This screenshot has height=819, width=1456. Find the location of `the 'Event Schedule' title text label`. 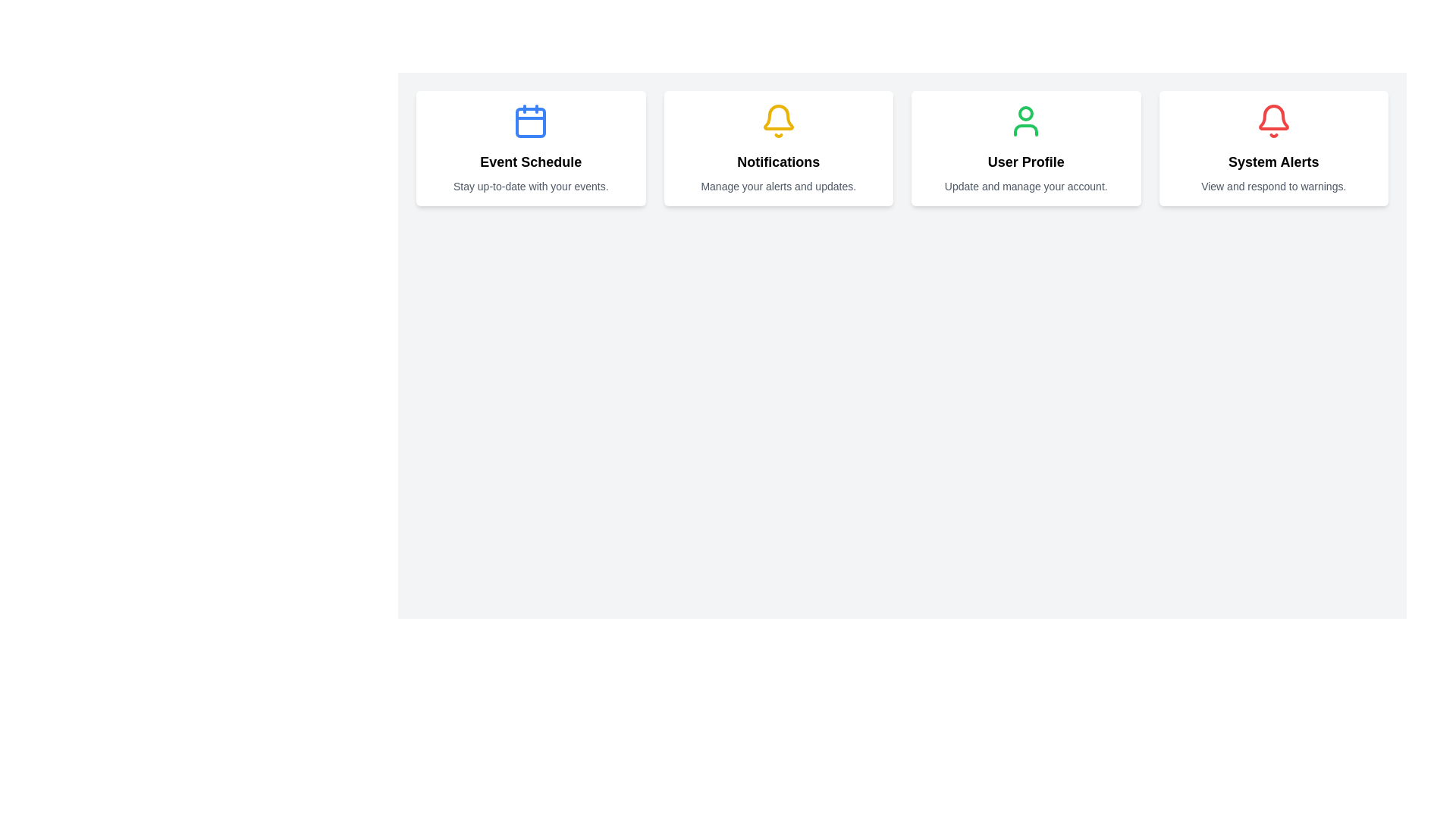

the 'Event Schedule' title text label is located at coordinates (531, 162).